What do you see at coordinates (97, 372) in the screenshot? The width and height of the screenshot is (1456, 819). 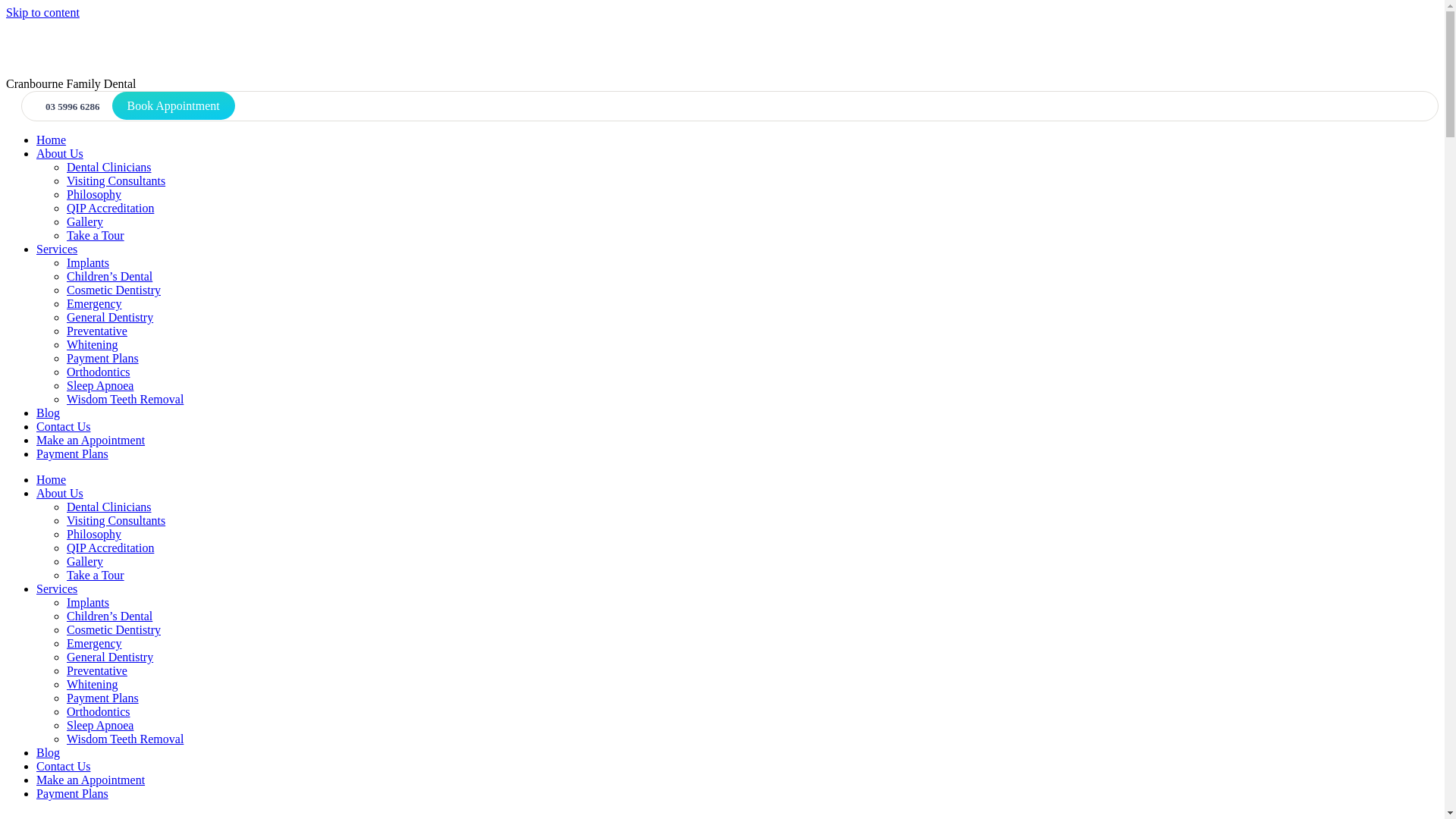 I see `'Orthodontics'` at bounding box center [97, 372].